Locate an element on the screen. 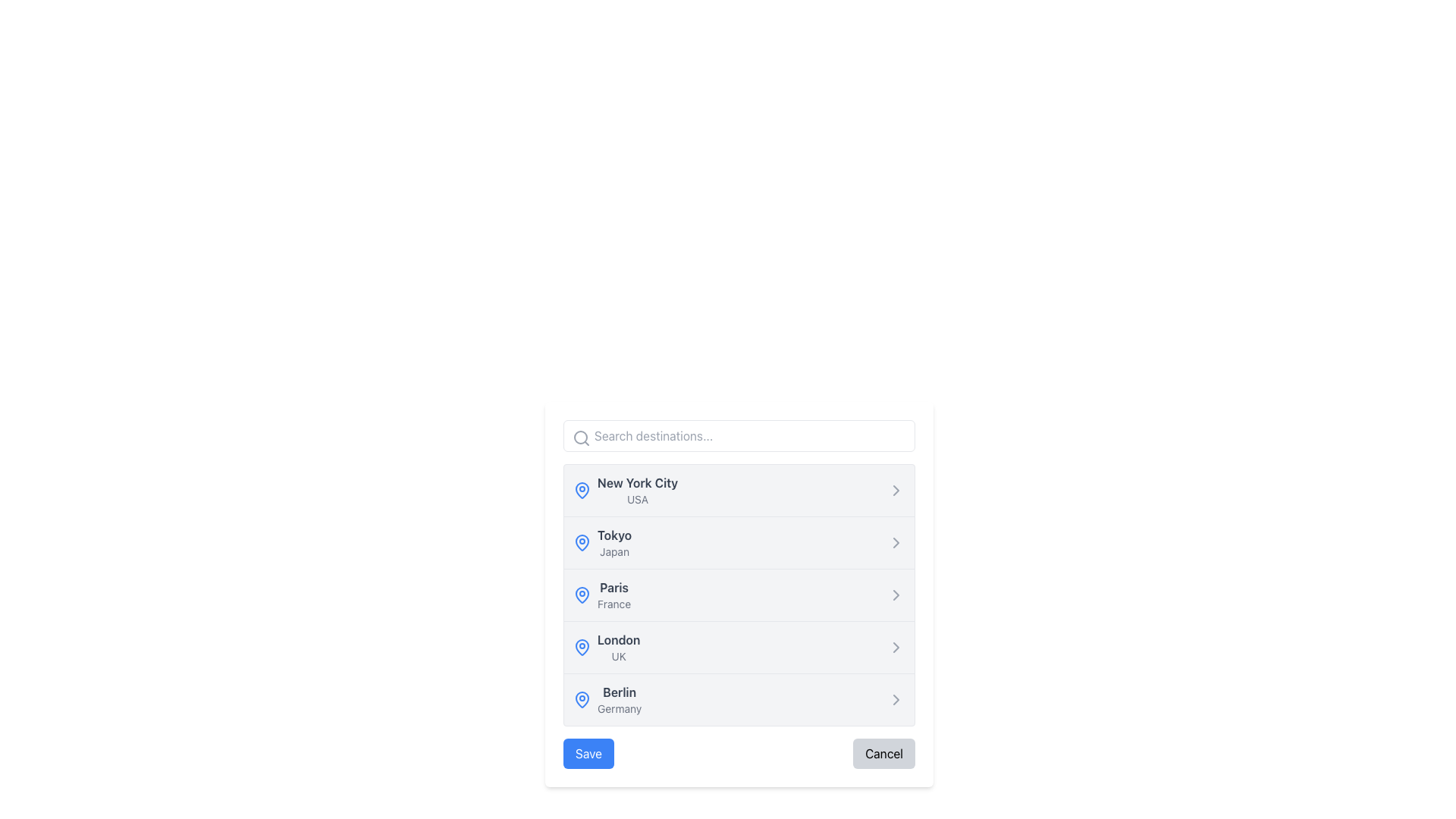 The image size is (1456, 819). the outer map pin icon with a blue border that appears before the text 'Tokyo, Japan' is located at coordinates (582, 541).